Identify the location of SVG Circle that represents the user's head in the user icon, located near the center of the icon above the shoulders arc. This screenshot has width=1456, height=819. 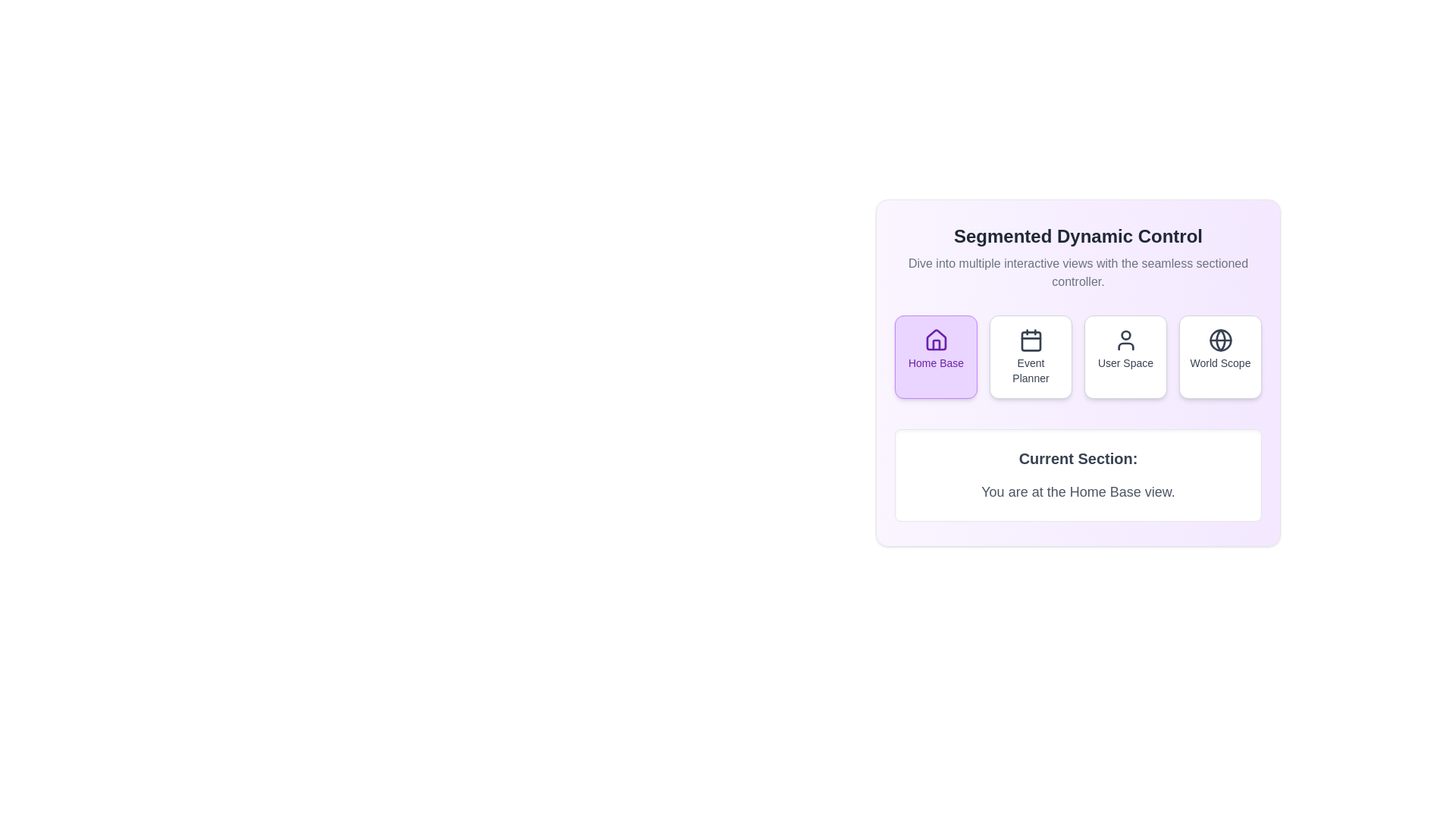
(1125, 334).